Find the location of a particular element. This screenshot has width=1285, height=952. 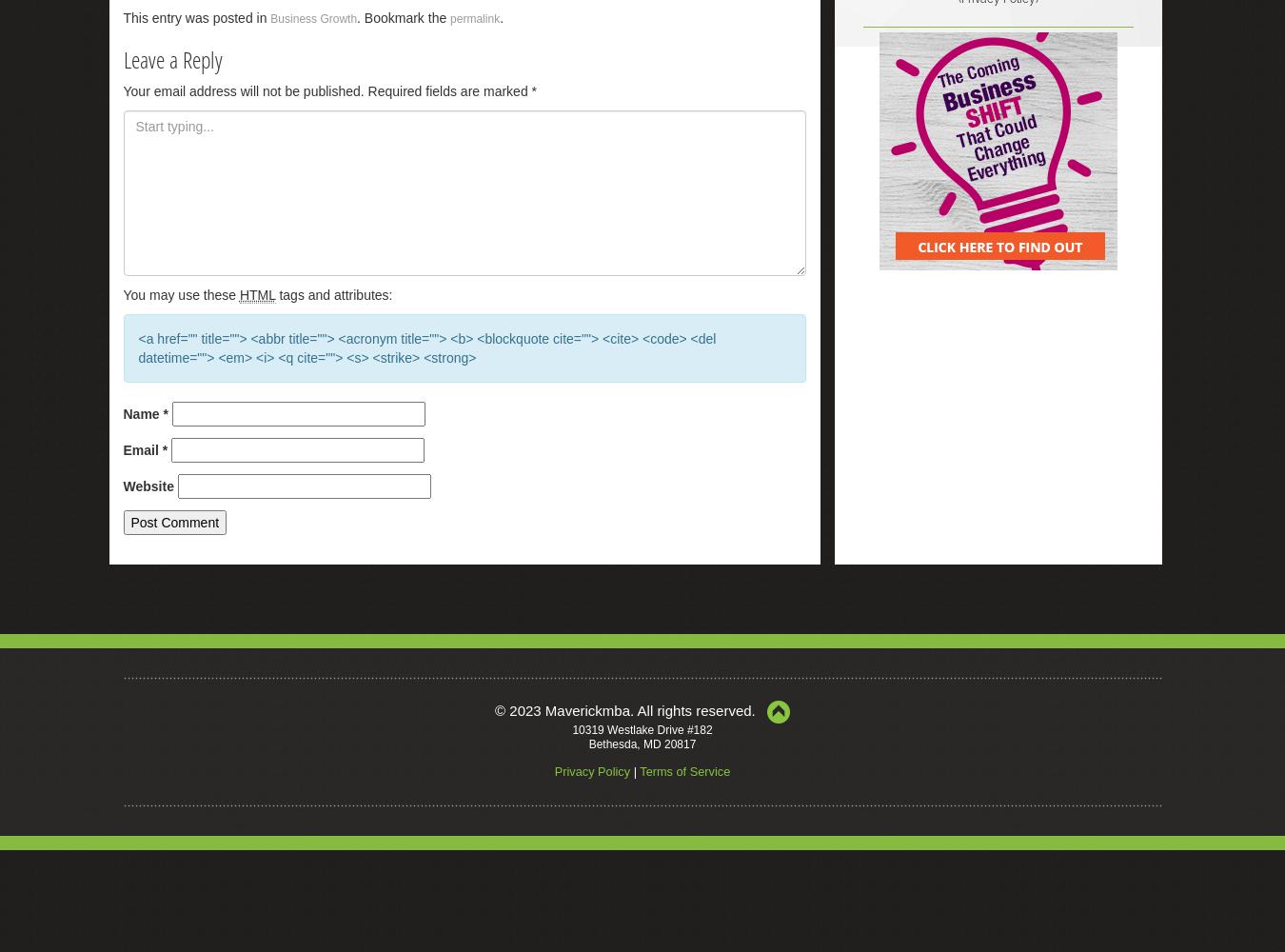

'This entry was posted in' is located at coordinates (123, 17).